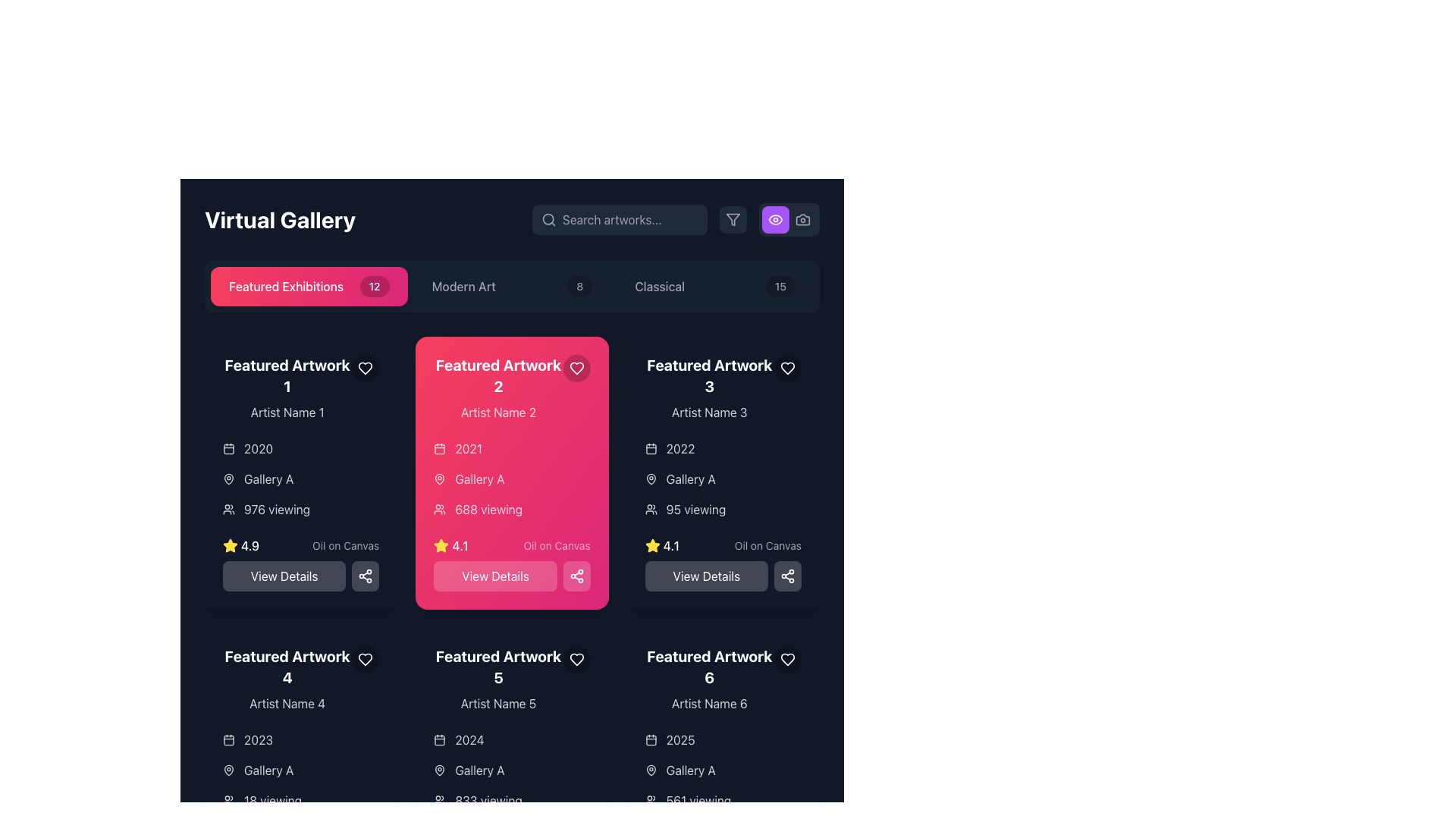  I want to click on the location-specific icon next to the text 'Gallery A' in the 'Featured Artwork 2' card, so click(439, 479).